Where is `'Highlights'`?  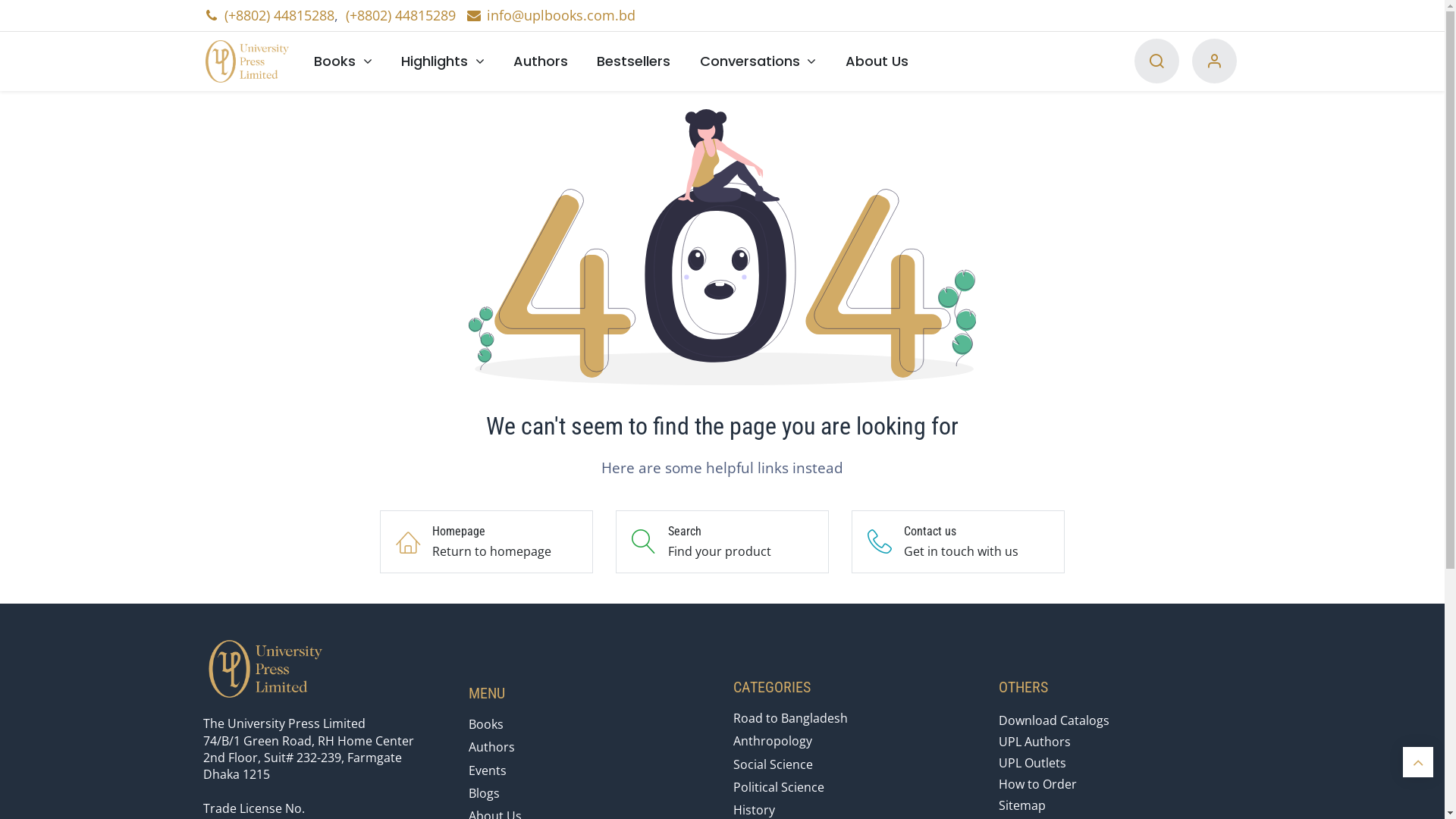
'Highlights' is located at coordinates (442, 60).